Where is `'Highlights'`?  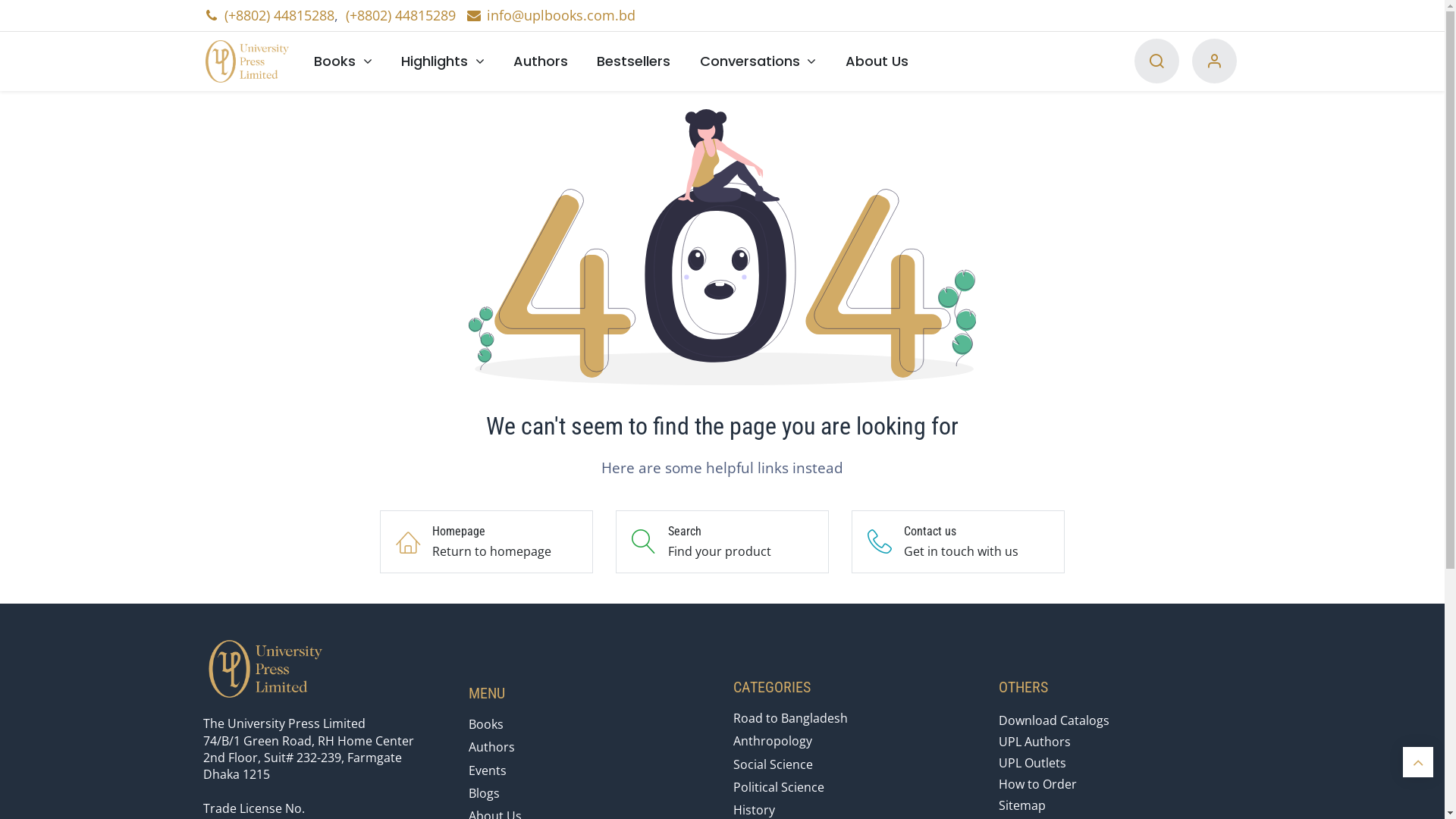
'Highlights' is located at coordinates (442, 60).